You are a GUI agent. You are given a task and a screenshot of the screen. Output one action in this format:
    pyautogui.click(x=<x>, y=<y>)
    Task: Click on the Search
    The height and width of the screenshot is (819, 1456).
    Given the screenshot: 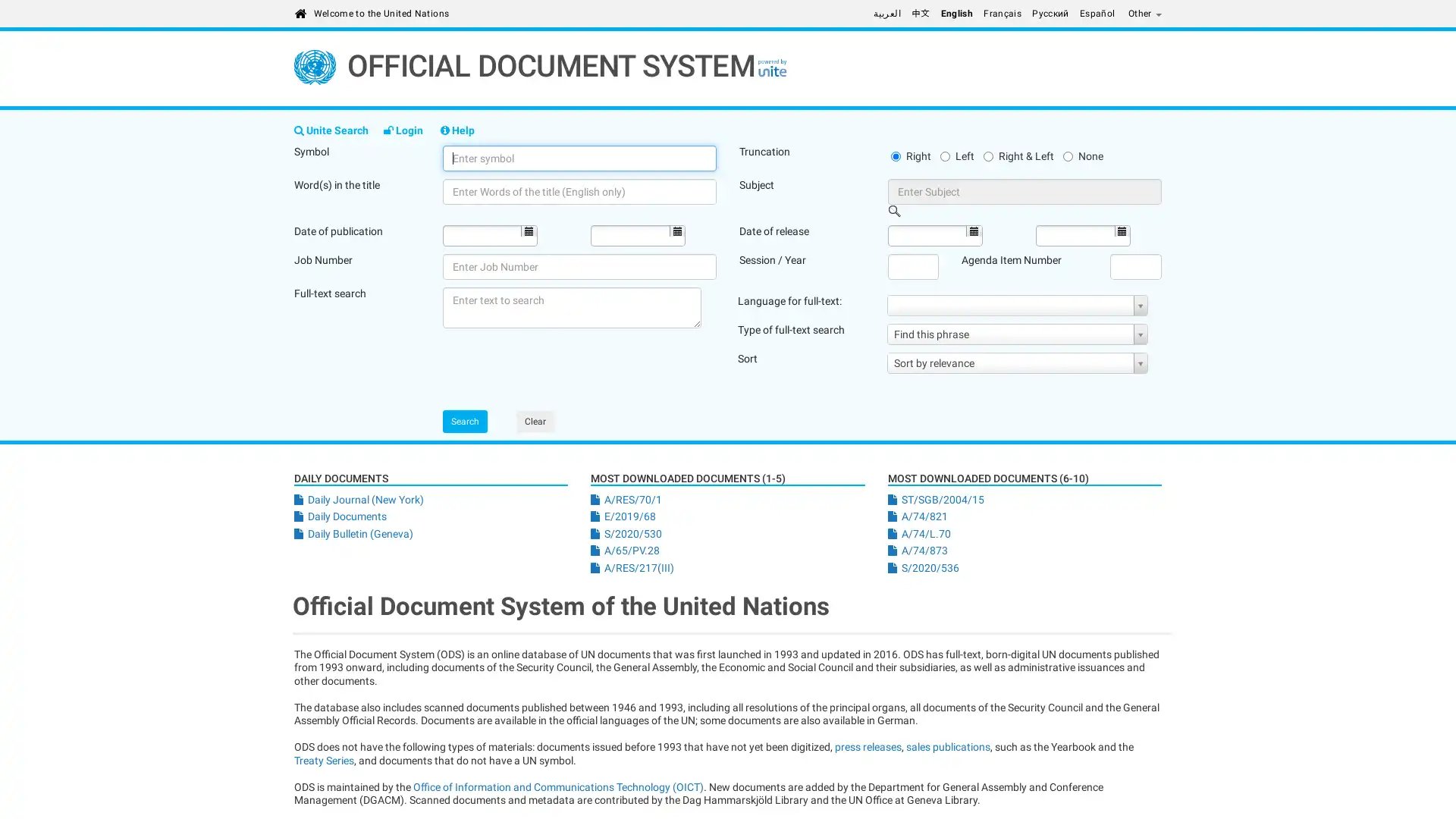 What is the action you would take?
    pyautogui.click(x=463, y=421)
    